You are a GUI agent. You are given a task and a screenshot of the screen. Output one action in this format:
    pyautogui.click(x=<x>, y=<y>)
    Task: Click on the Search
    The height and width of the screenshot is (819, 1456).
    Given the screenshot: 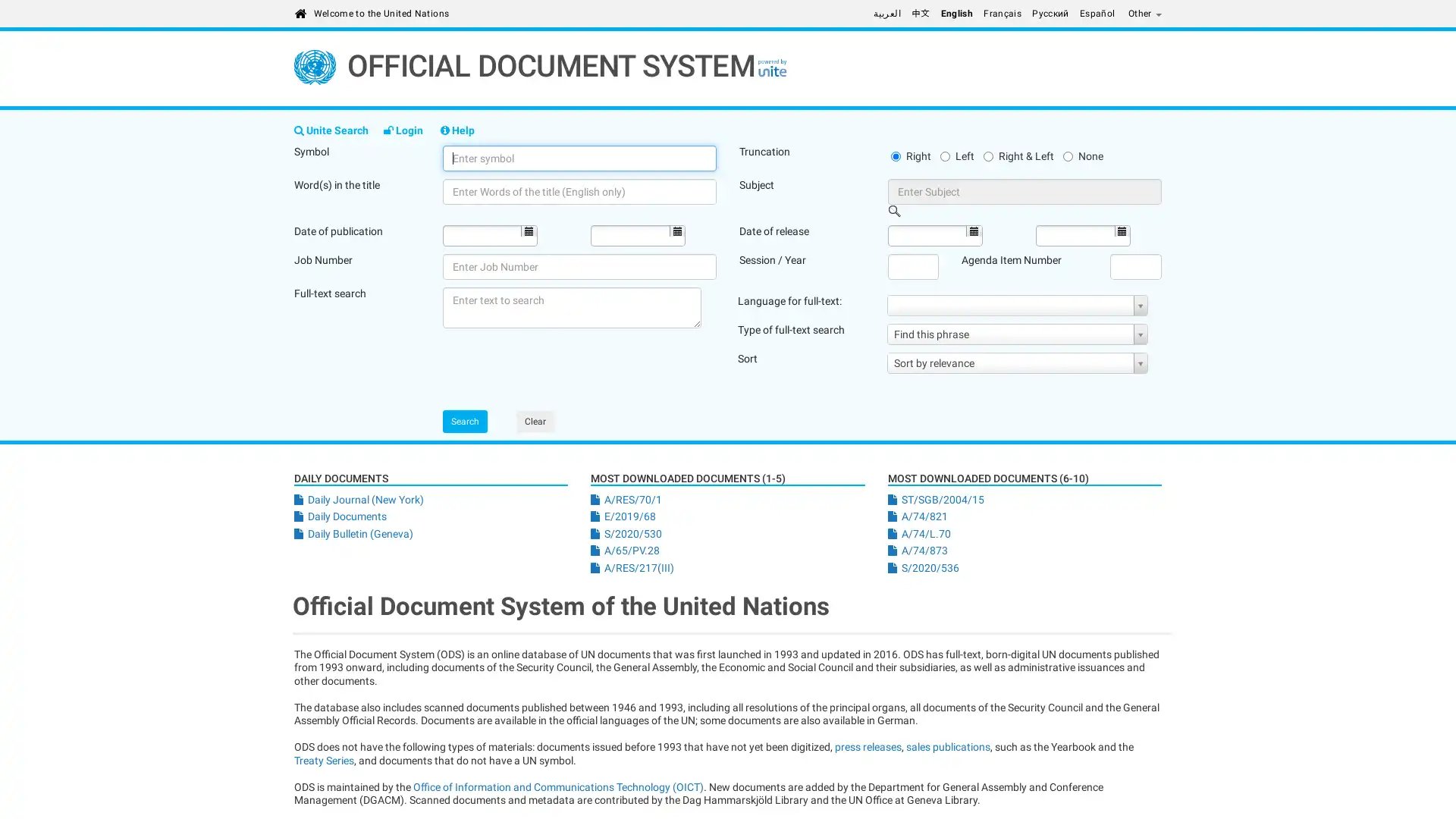 What is the action you would take?
    pyautogui.click(x=463, y=421)
    